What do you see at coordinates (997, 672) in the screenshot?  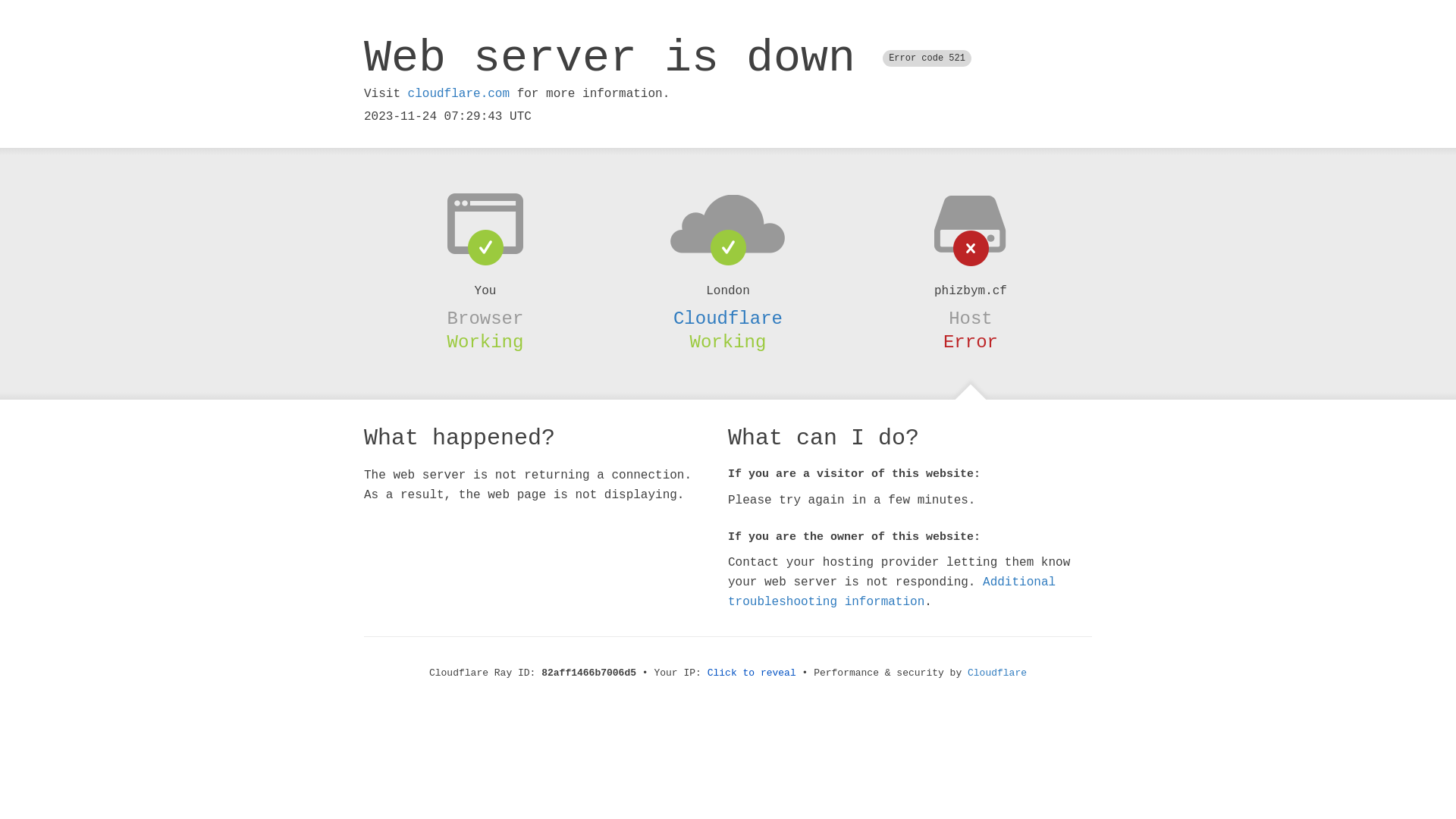 I see `'Cloudflare'` at bounding box center [997, 672].